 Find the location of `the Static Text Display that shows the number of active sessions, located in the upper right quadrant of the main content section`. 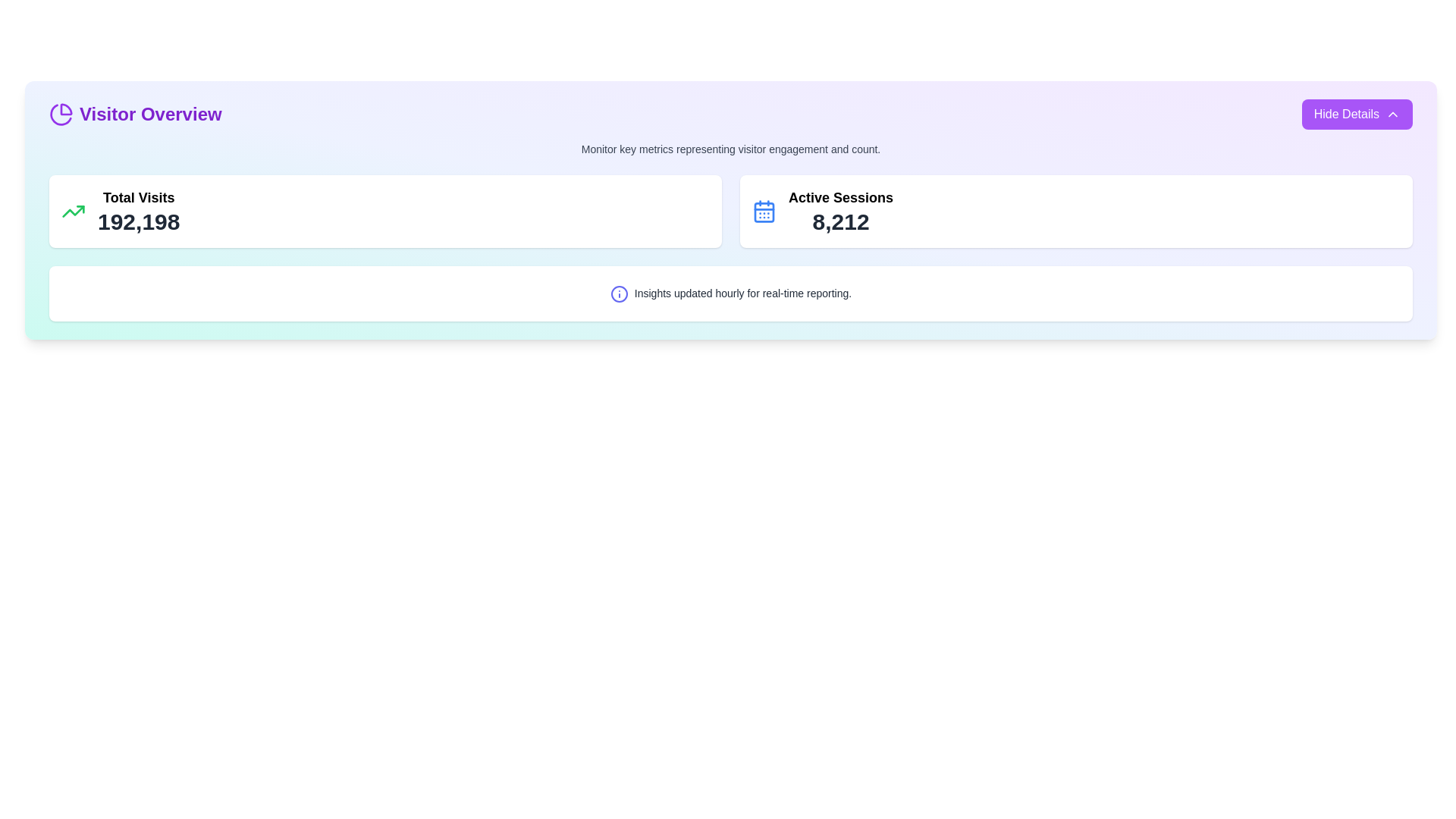

the Static Text Display that shows the number of active sessions, located in the upper right quadrant of the main content section is located at coordinates (839, 211).